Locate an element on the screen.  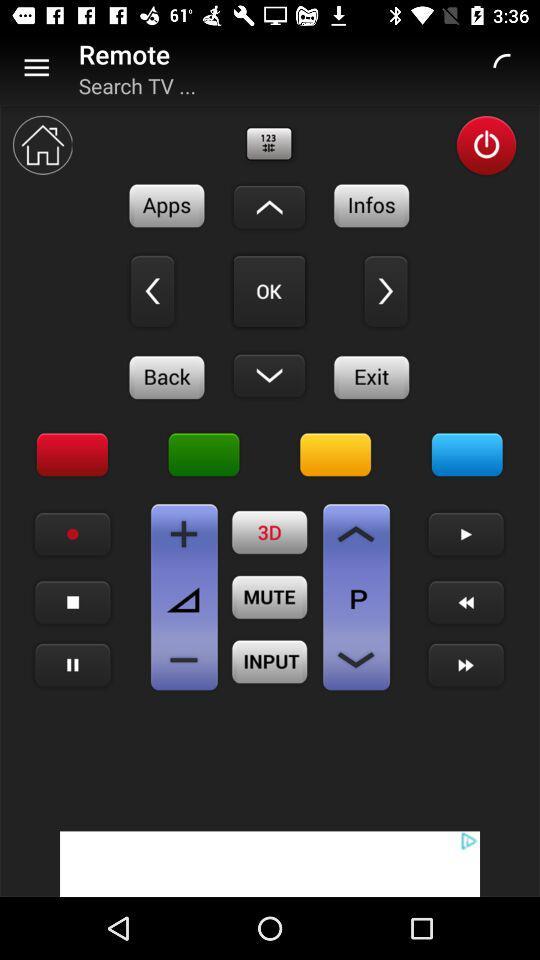
channel up button is located at coordinates (355, 533).